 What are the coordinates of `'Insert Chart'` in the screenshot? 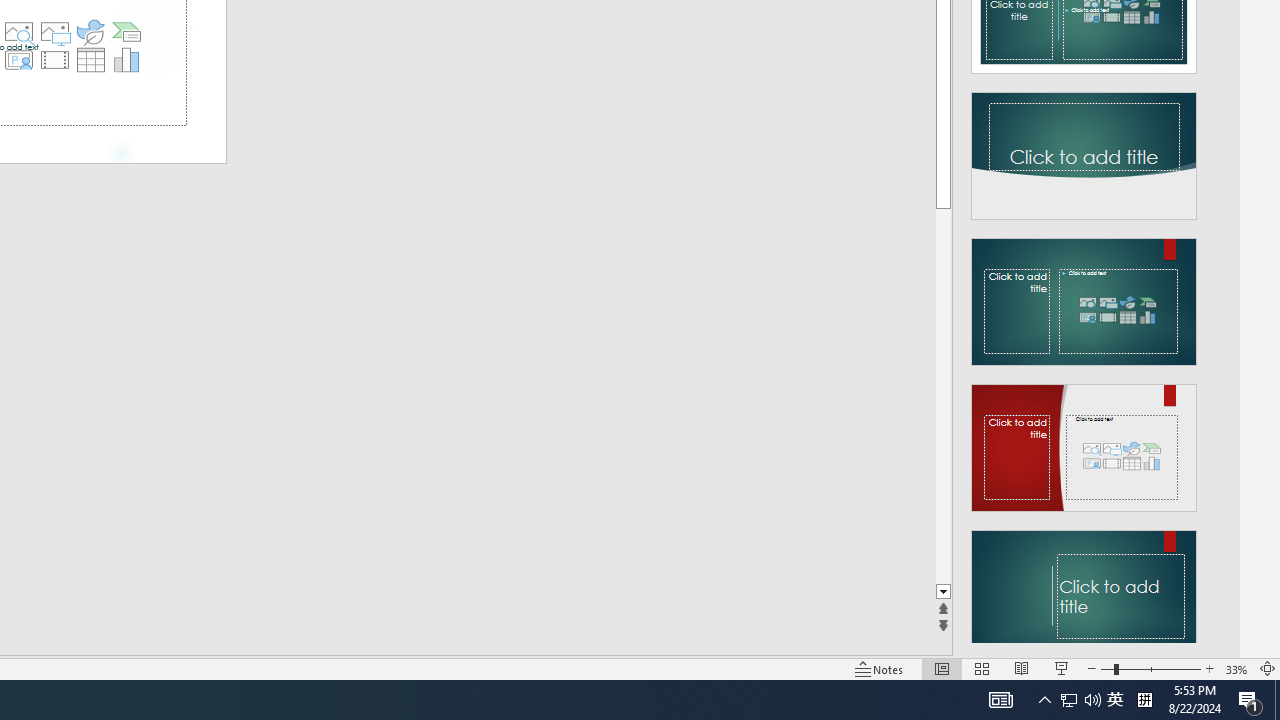 It's located at (126, 59).